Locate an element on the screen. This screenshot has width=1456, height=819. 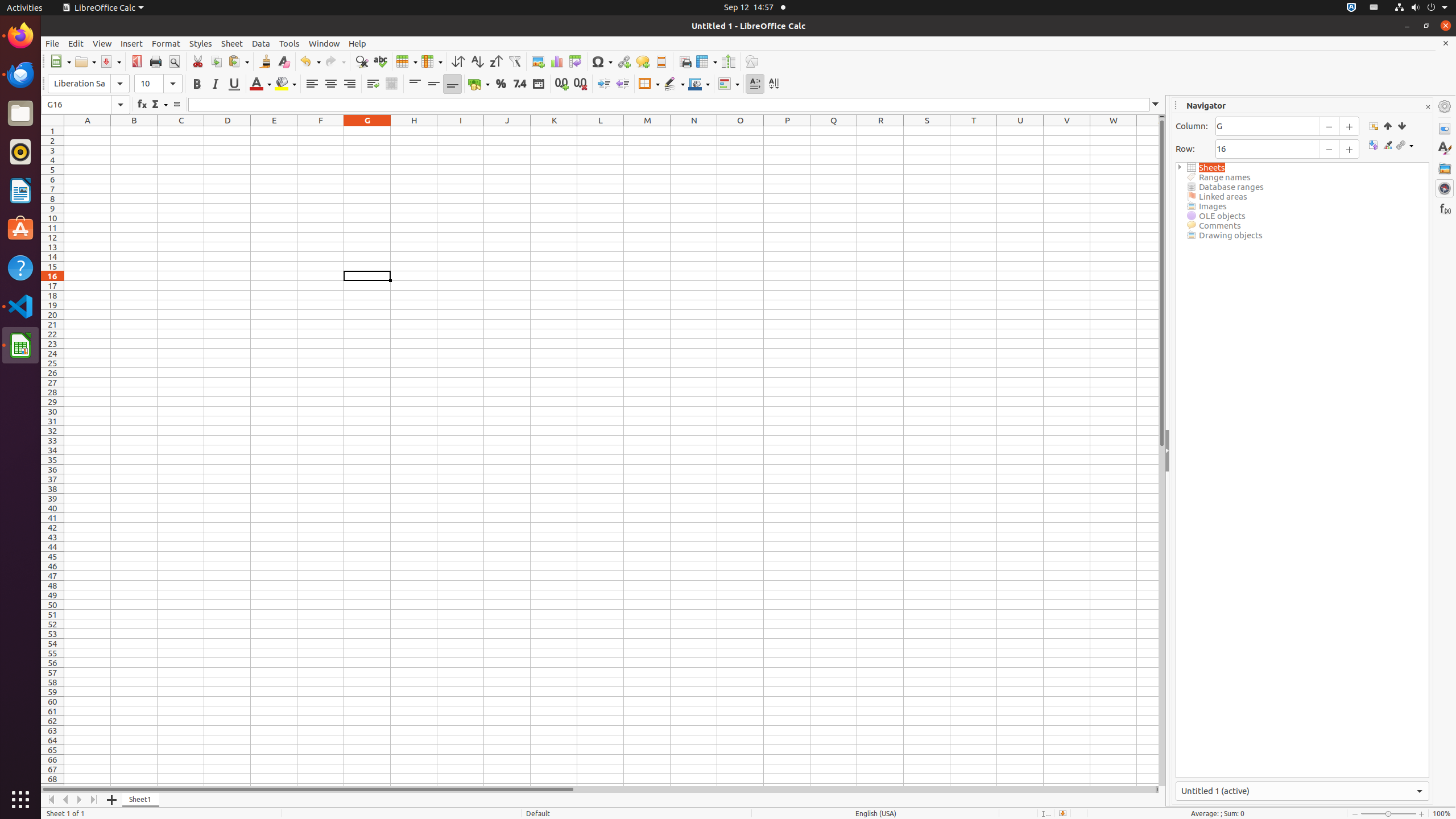
'Spelling' is located at coordinates (380, 61).